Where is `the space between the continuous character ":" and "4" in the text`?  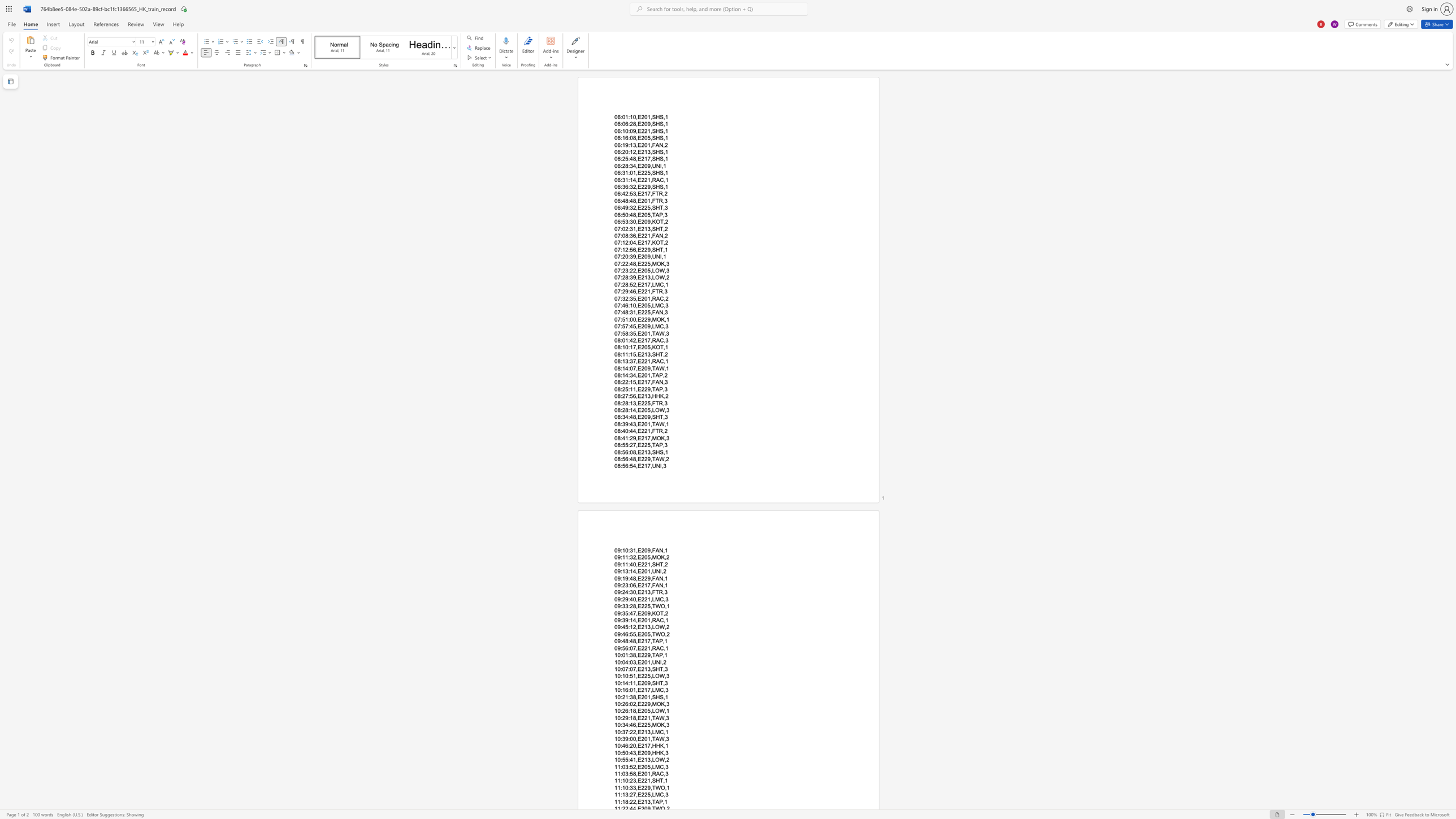
the space between the continuous character ":" and "4" in the text is located at coordinates (630, 423).